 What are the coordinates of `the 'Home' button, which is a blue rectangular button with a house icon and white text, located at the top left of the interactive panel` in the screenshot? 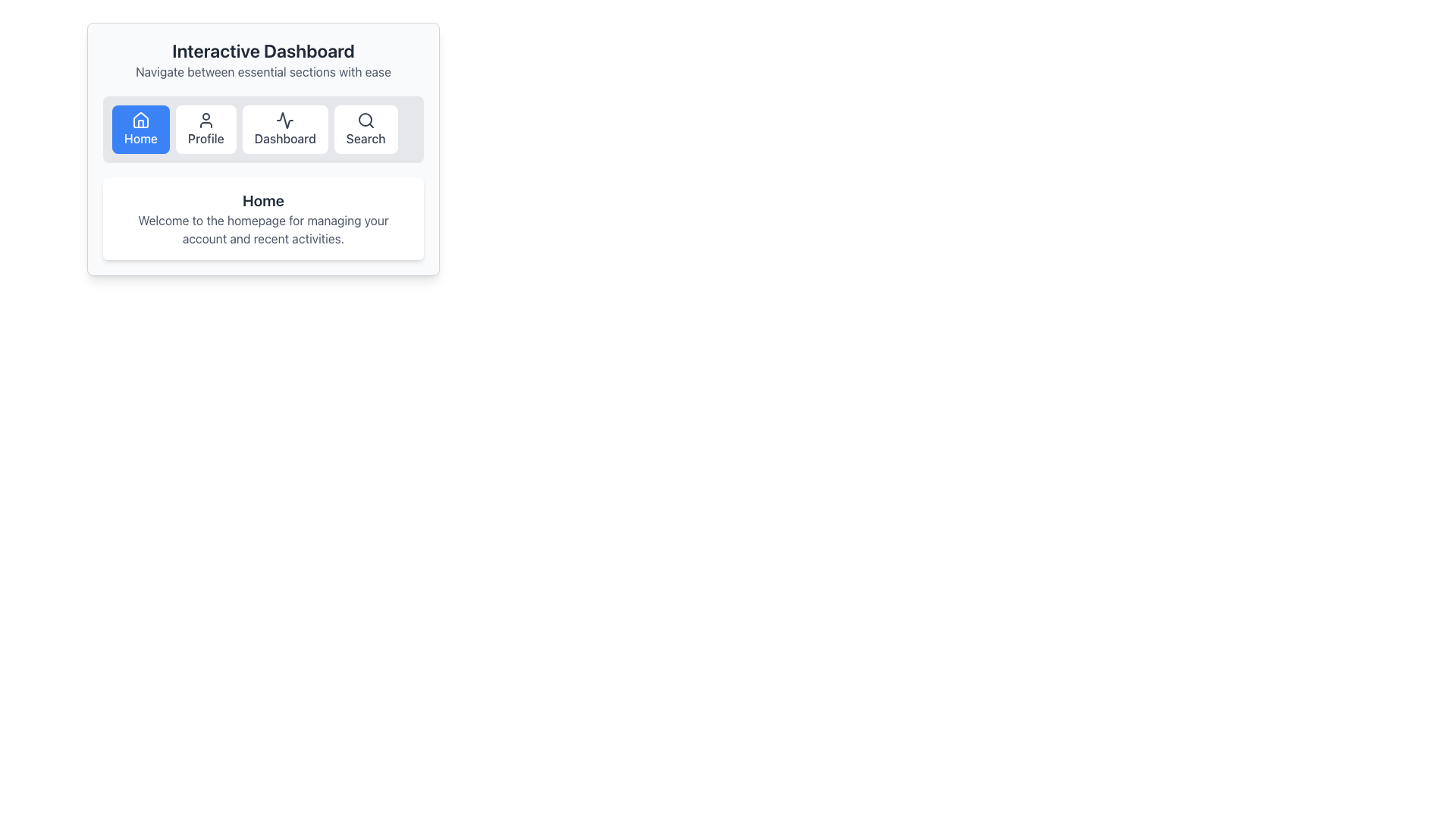 It's located at (141, 128).